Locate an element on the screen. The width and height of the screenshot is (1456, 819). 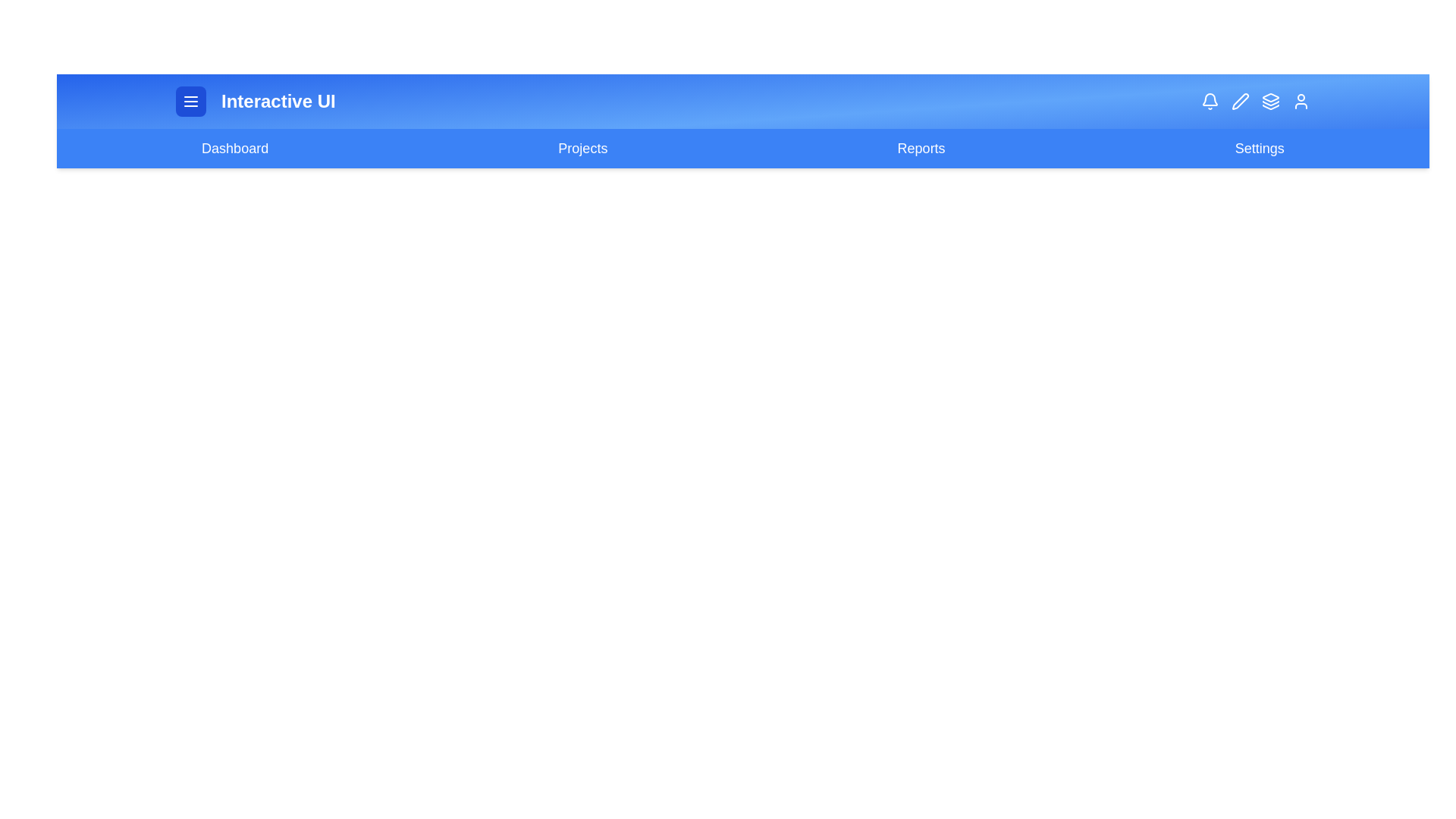
the navigation link labeled 'Dashboard' to navigate to the respective page is located at coordinates (234, 149).